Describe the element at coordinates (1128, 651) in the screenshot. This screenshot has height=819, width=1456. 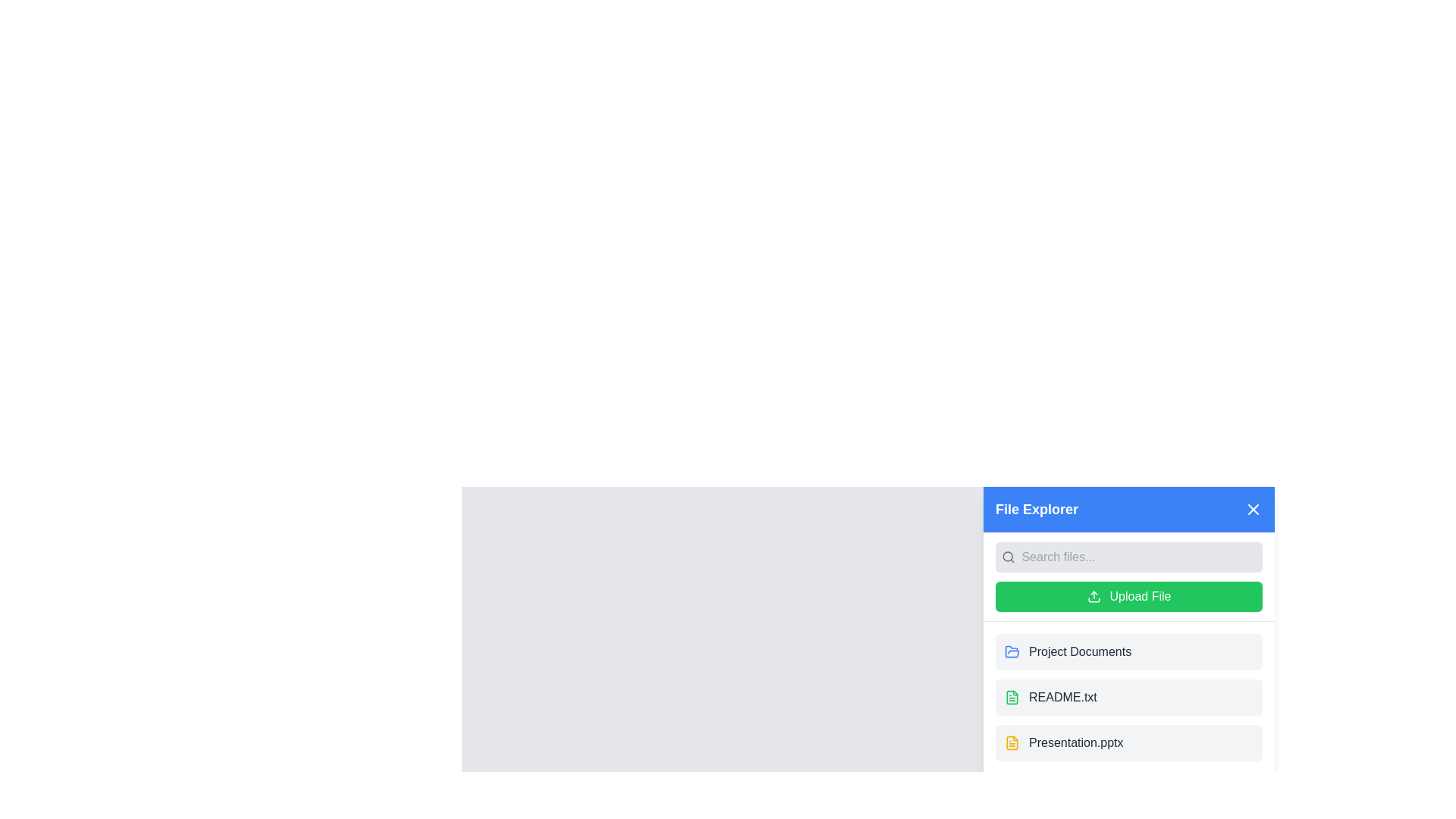
I see `the 'Project Documents' folder` at that location.